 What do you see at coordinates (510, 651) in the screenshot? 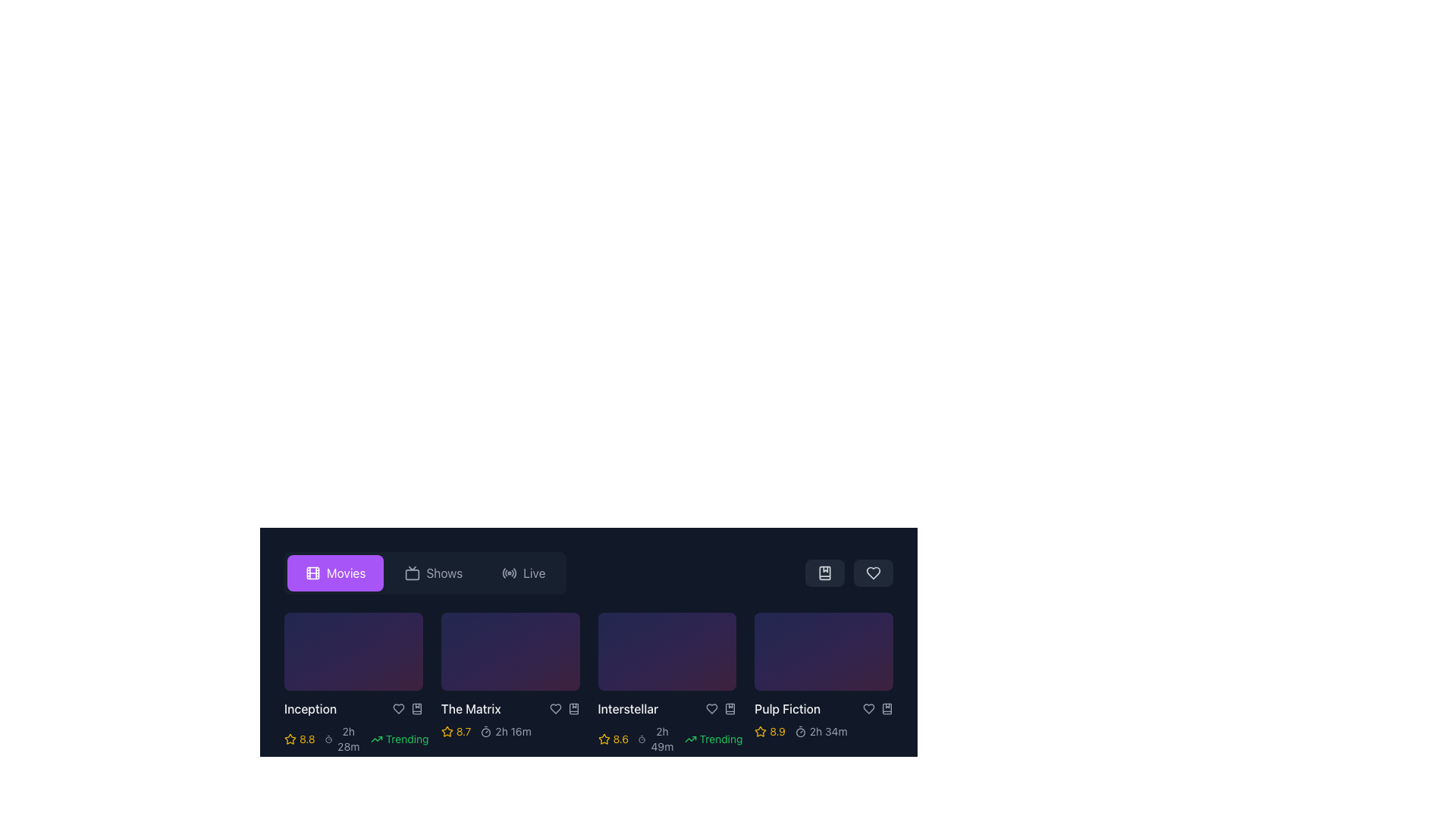
I see `the clickable thumbnail representing the movie 'The Matrix'` at bounding box center [510, 651].